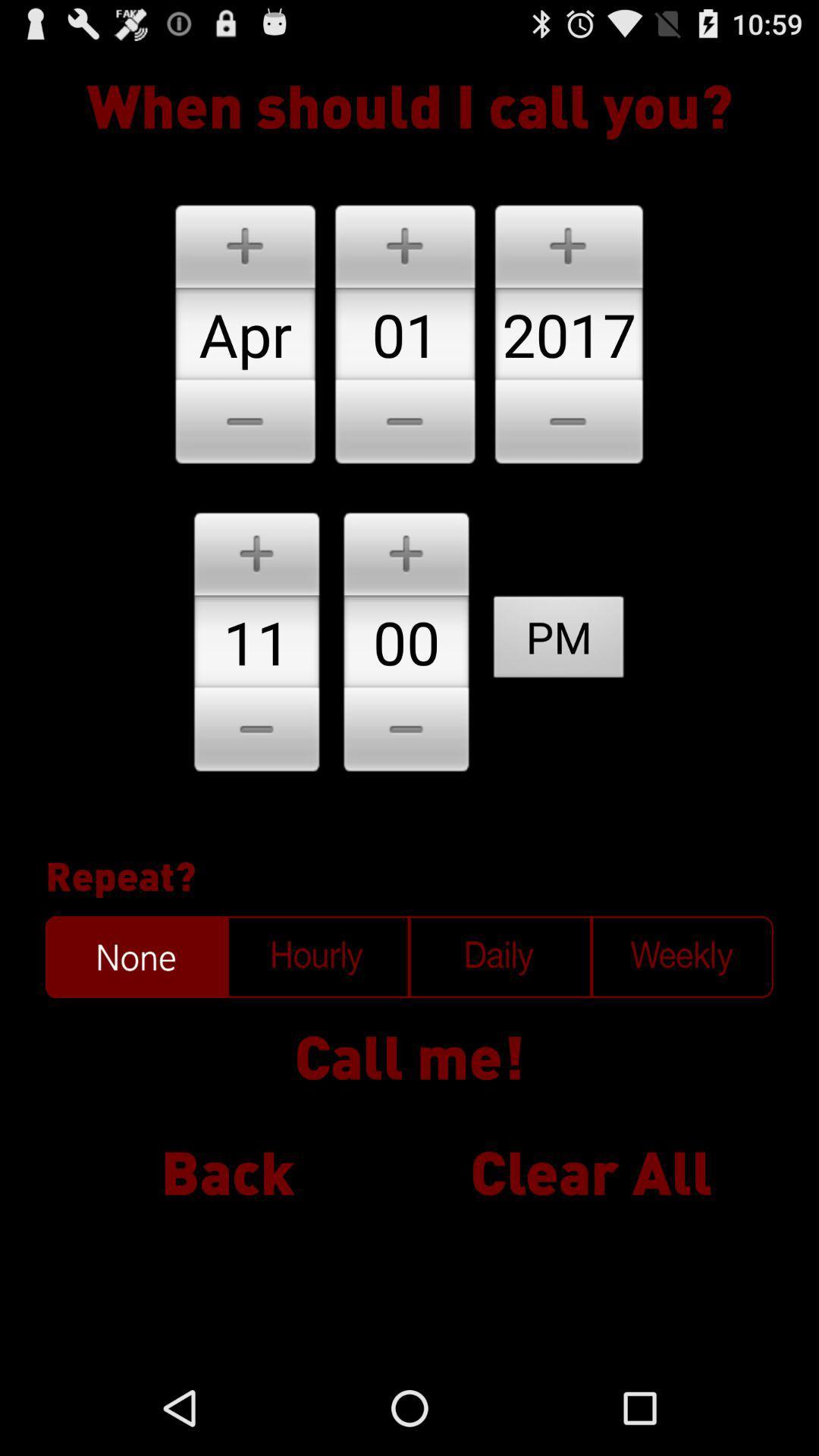  I want to click on do not repeat, so click(136, 956).